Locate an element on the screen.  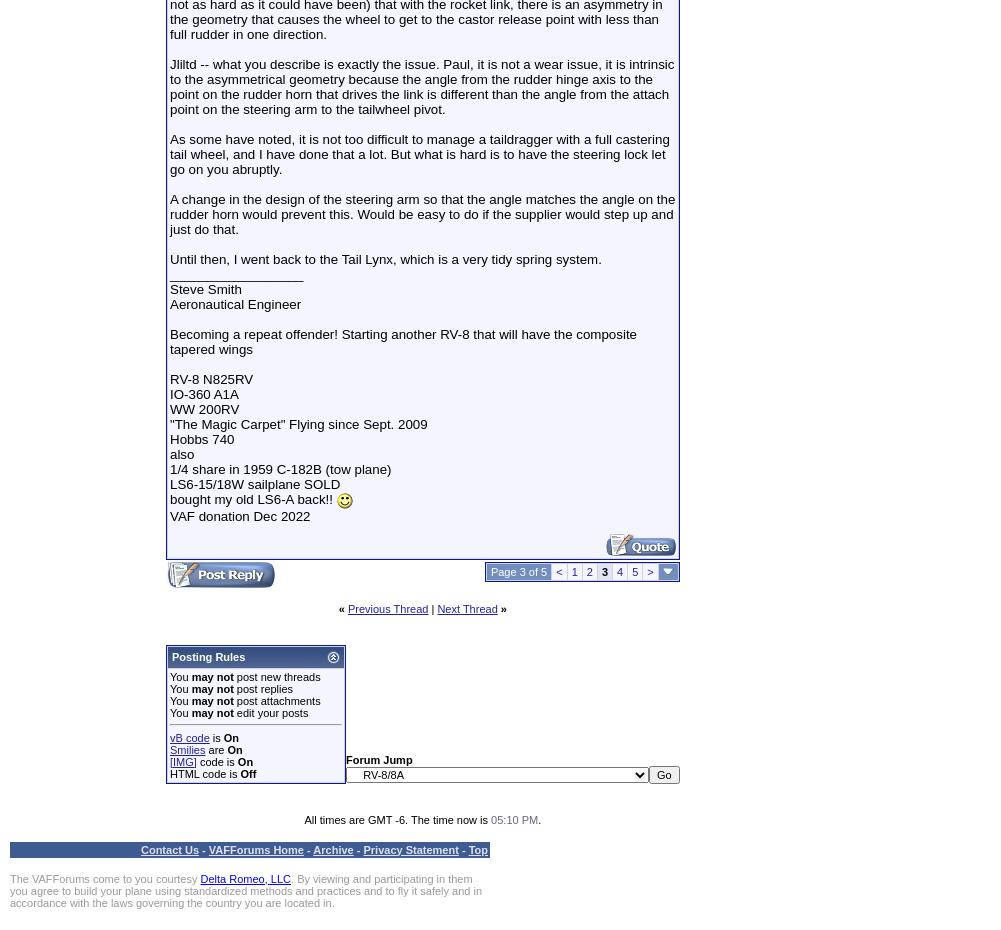
'vB code' is located at coordinates (189, 737).